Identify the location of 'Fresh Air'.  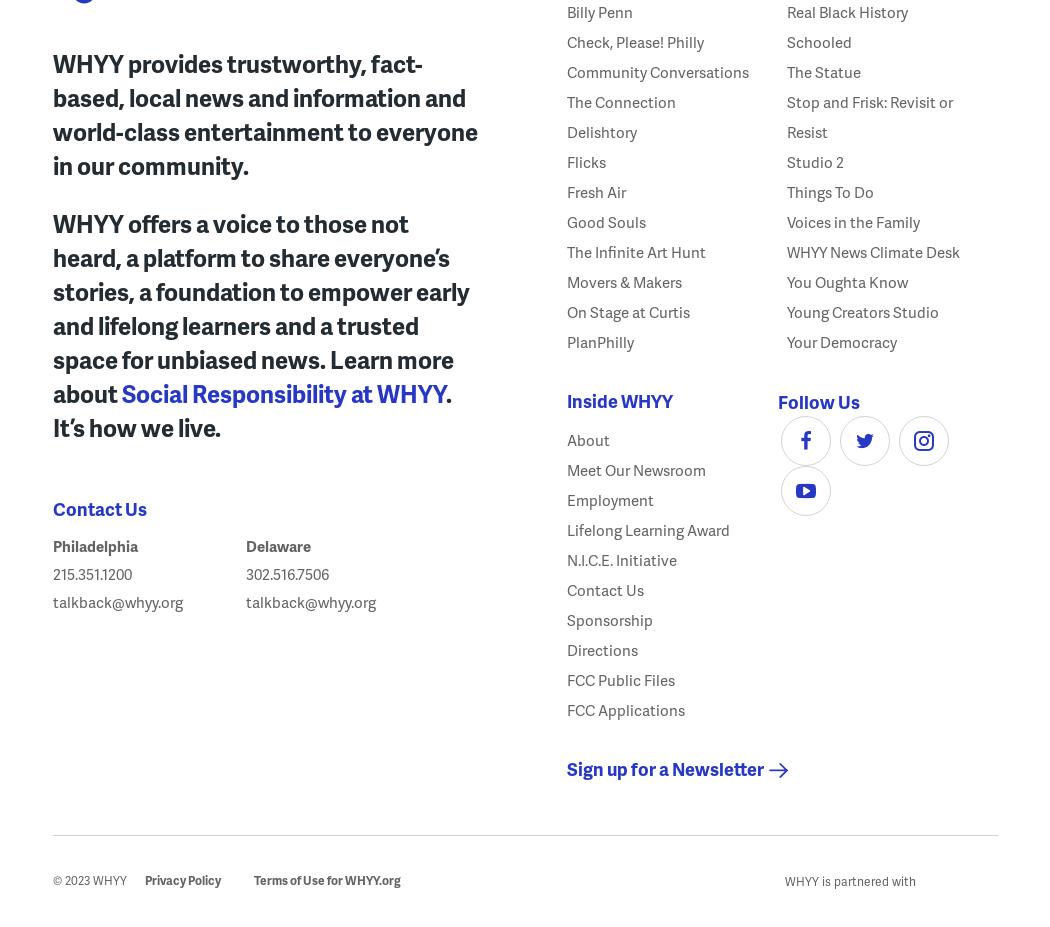
(595, 190).